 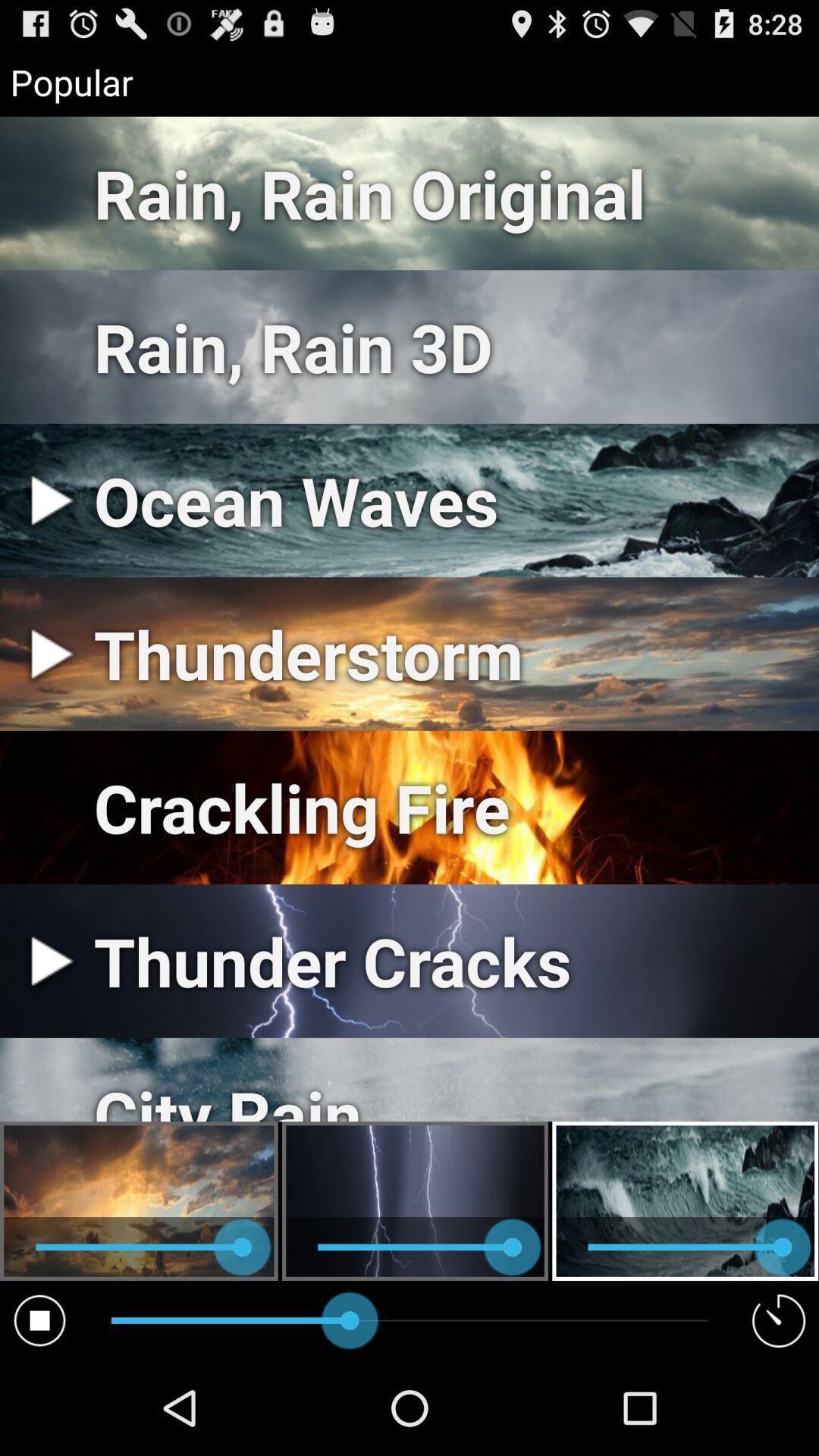 I want to click on the time icon, so click(x=779, y=1412).